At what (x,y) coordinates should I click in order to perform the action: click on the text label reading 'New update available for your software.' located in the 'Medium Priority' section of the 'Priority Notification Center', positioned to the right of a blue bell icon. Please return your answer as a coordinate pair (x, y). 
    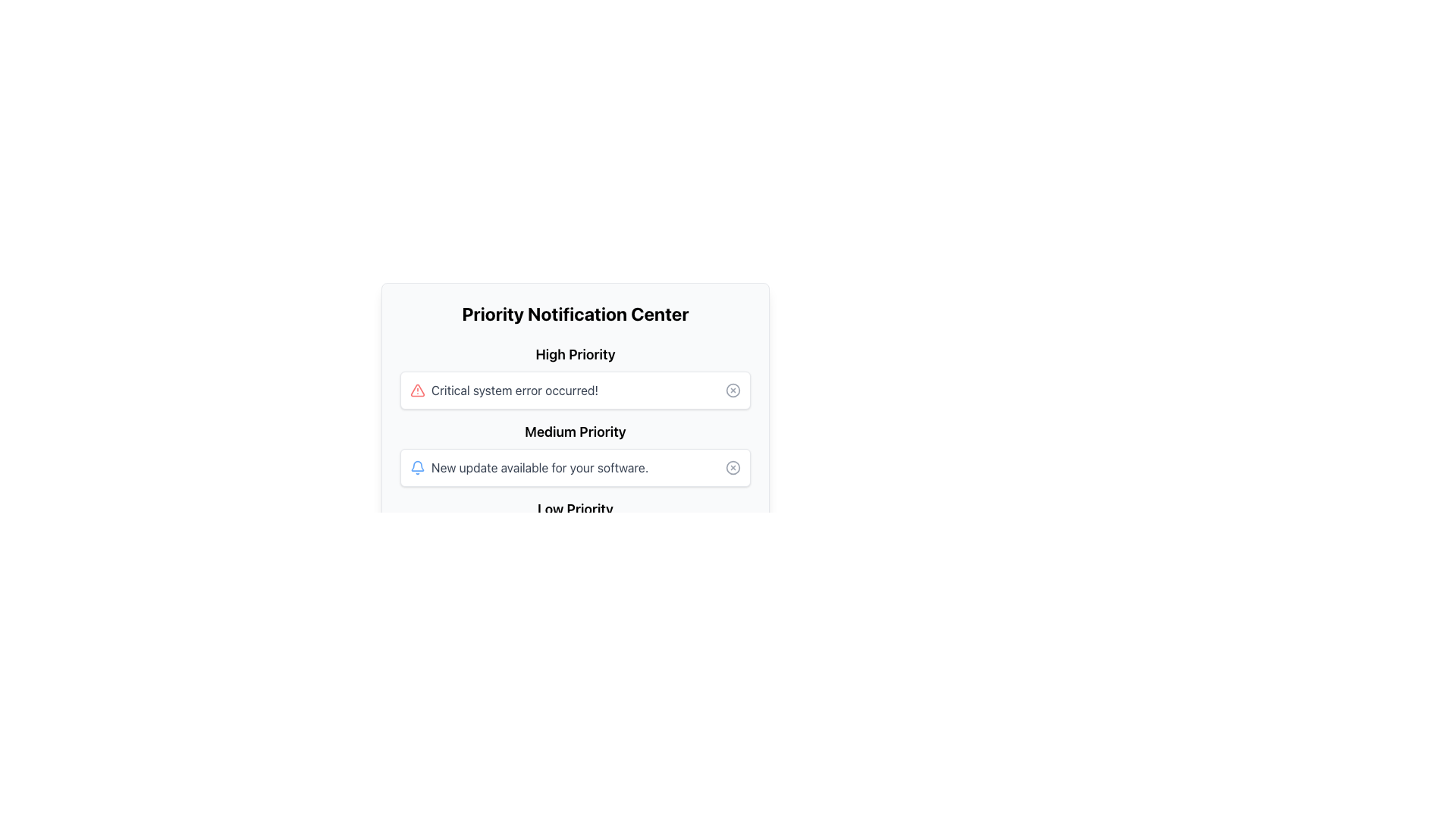
    Looking at the image, I should click on (540, 467).